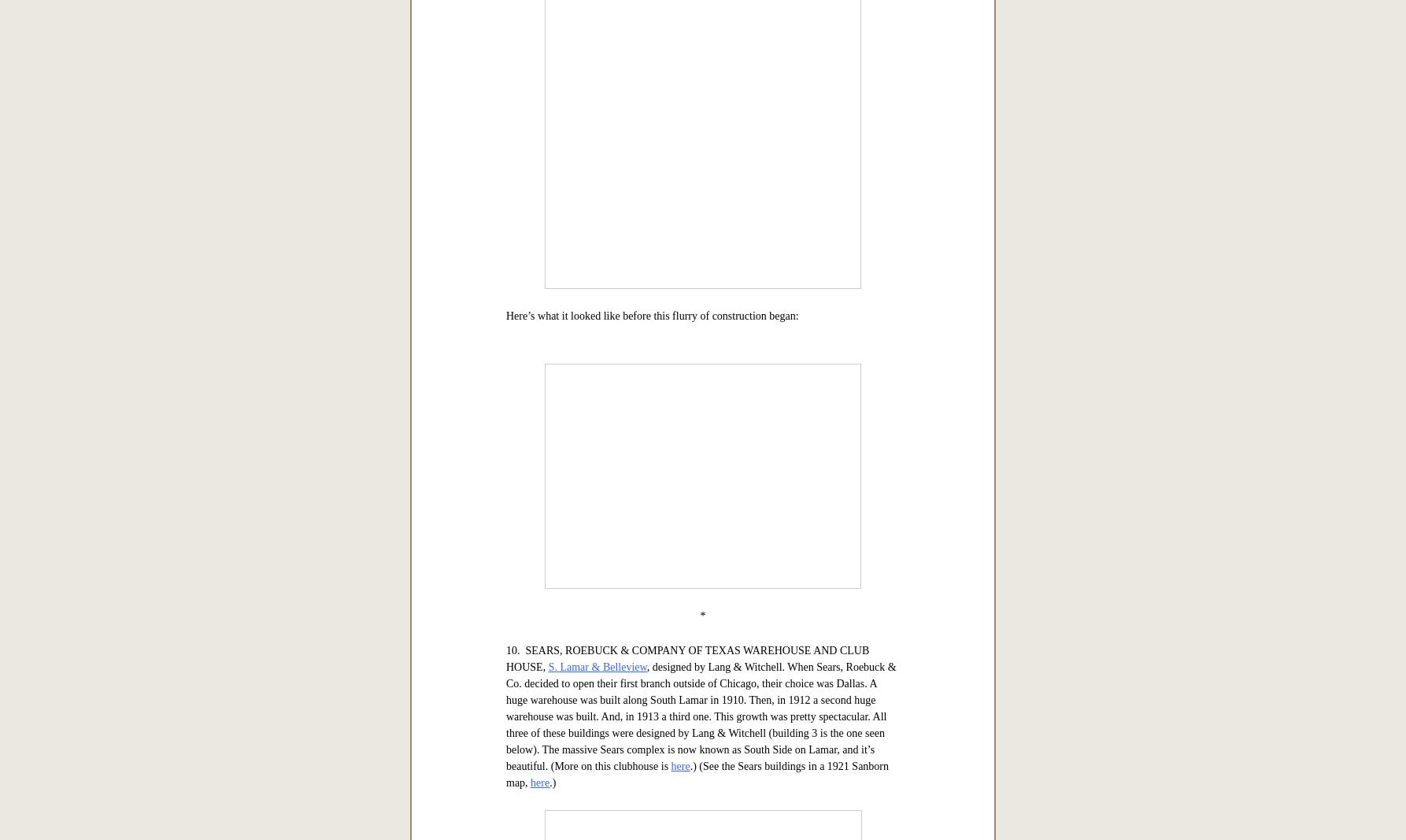  Describe the element at coordinates (697, 240) in the screenshot. I see `'another'` at that location.